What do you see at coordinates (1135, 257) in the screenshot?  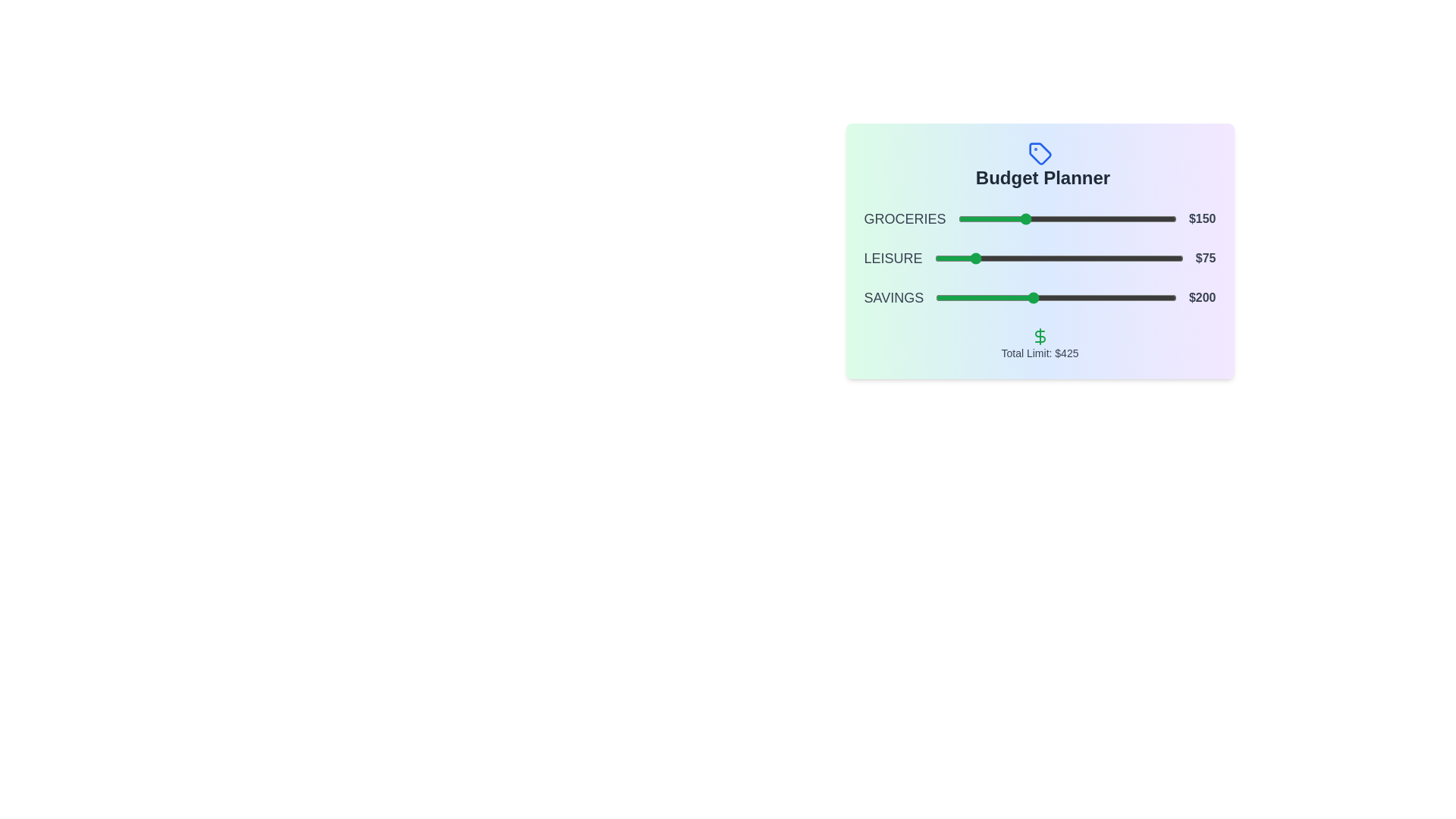 I see `the slider for 1 to 405` at bounding box center [1135, 257].